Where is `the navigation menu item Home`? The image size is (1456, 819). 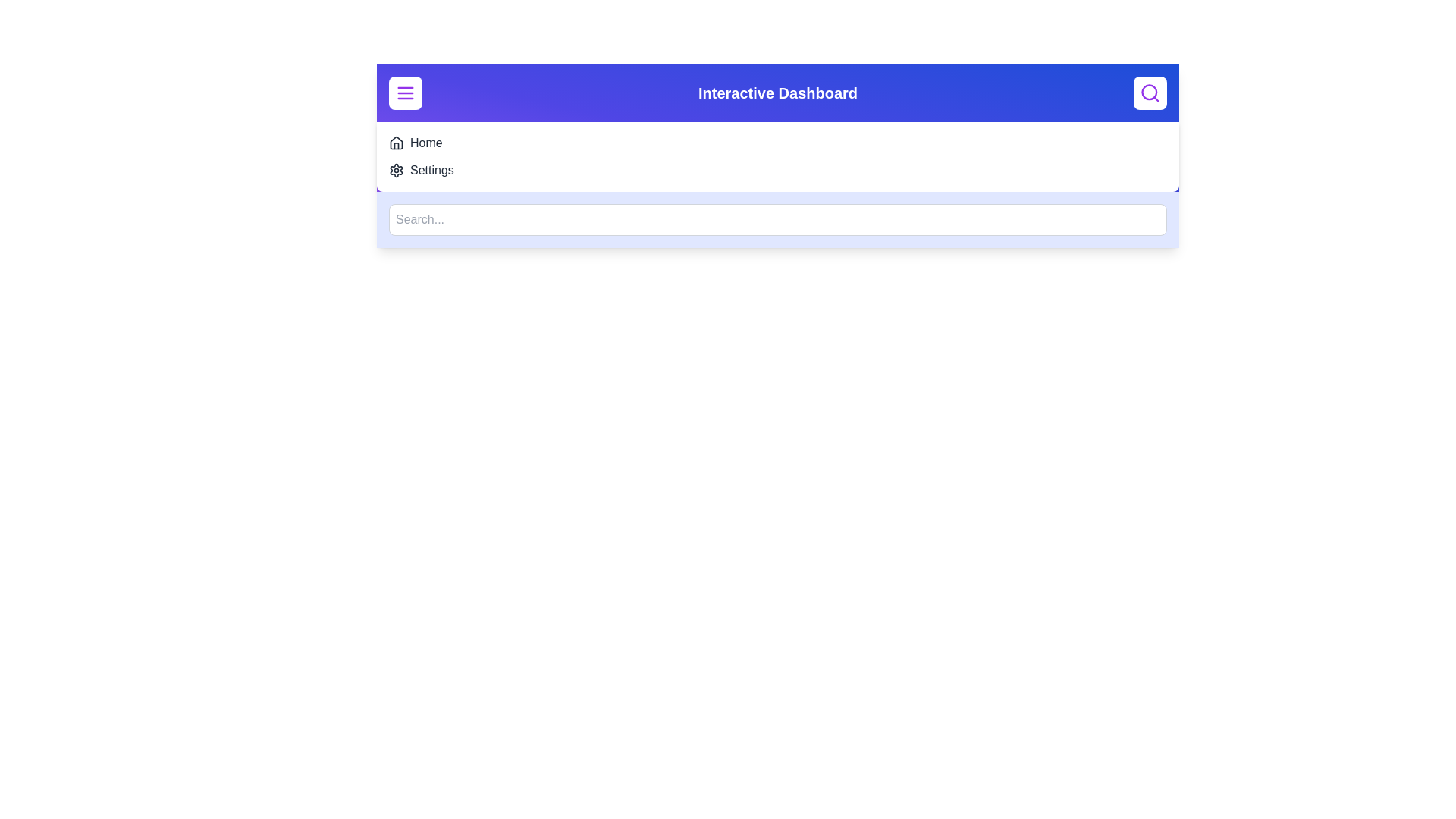 the navigation menu item Home is located at coordinates (425, 143).